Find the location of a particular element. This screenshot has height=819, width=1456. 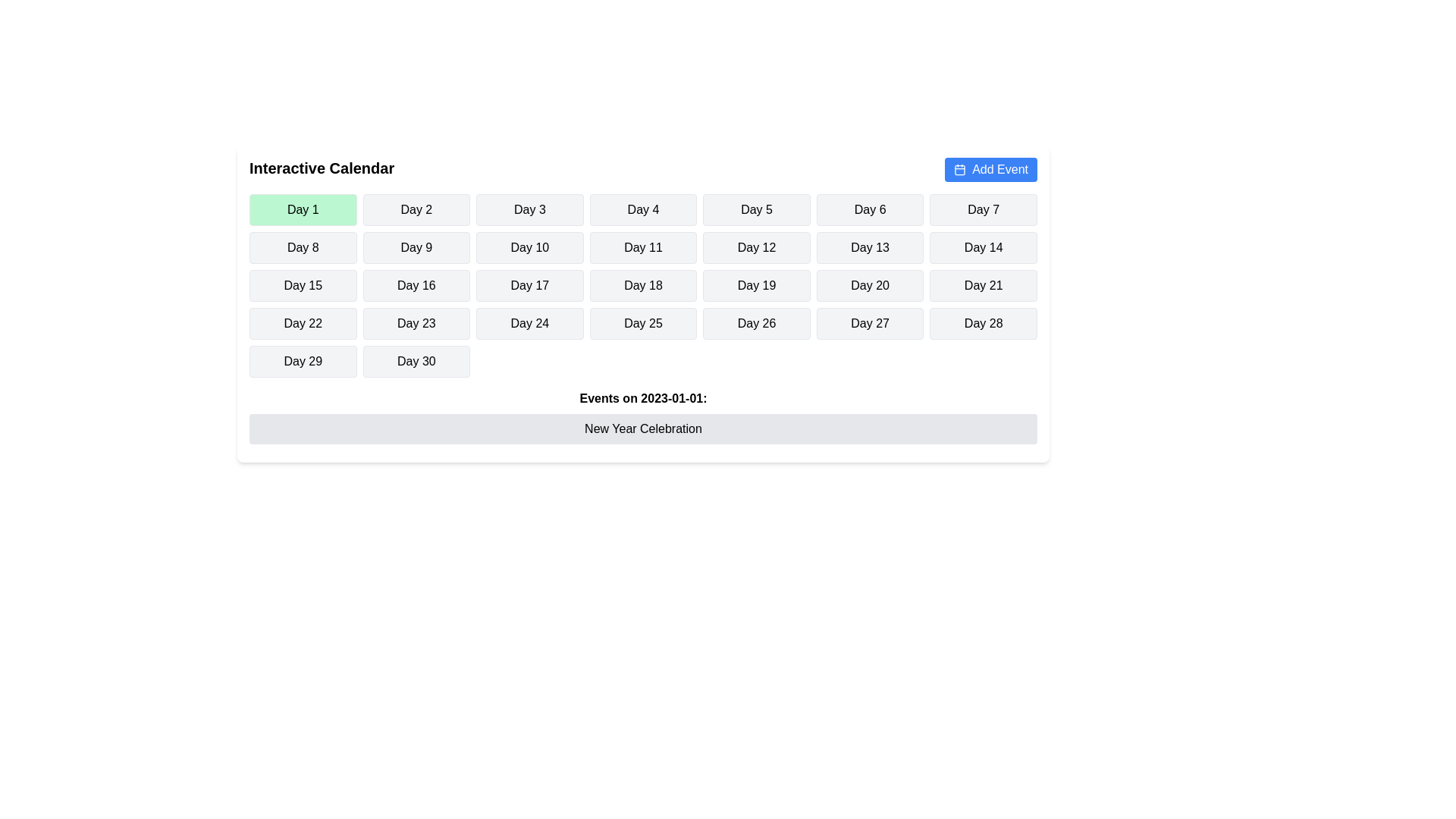

the rectangular button labeled 'Day 25' is located at coordinates (643, 323).